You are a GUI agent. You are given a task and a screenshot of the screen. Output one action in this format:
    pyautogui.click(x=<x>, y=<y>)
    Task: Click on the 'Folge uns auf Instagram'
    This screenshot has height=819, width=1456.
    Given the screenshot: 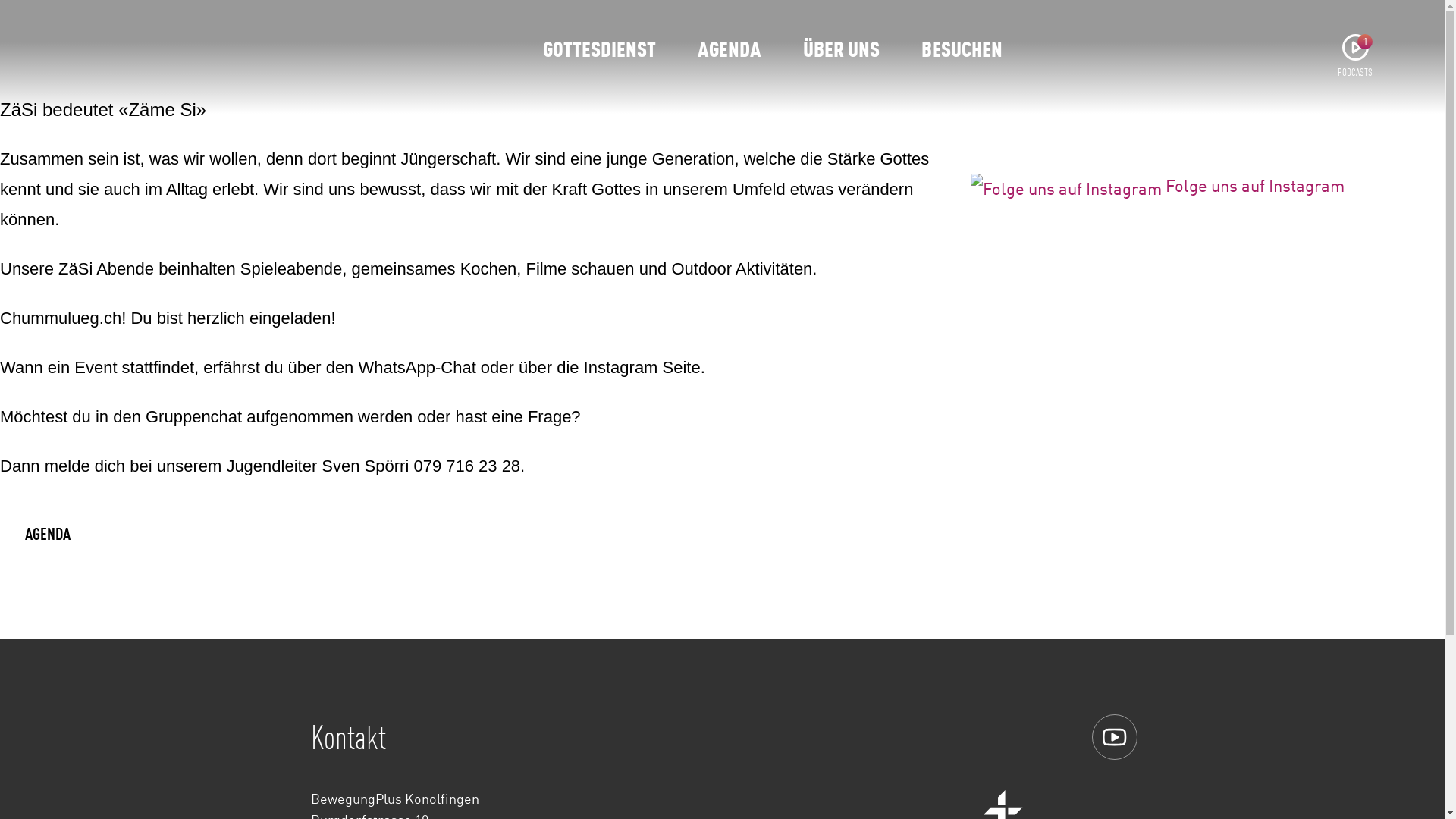 What is the action you would take?
    pyautogui.click(x=1065, y=187)
    